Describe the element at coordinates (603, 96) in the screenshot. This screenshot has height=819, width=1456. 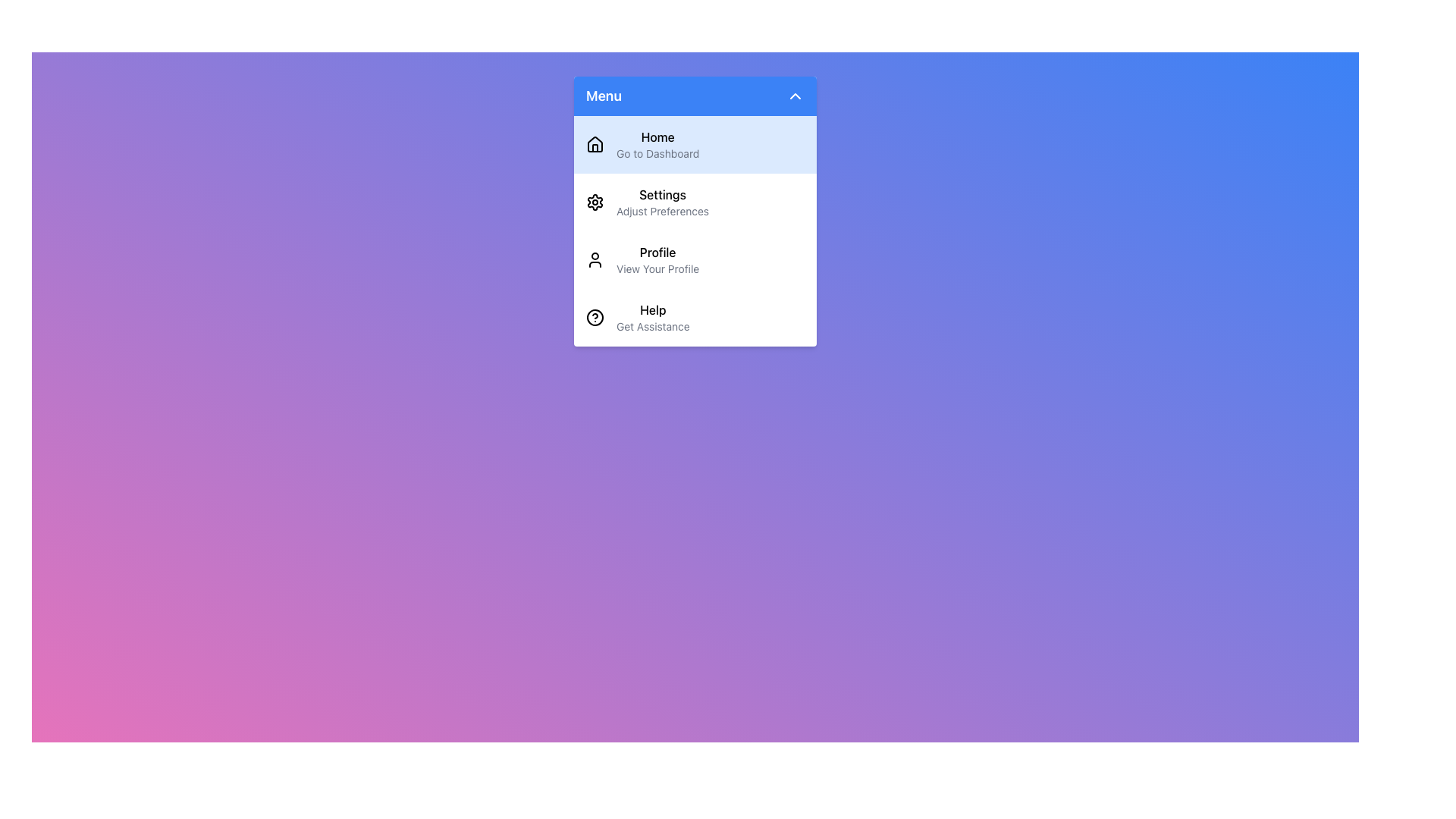
I see `'Menu' text label located at the top-left corner of the dropdown menu header, styled in bold font and positioned next to a chevron icon` at that location.